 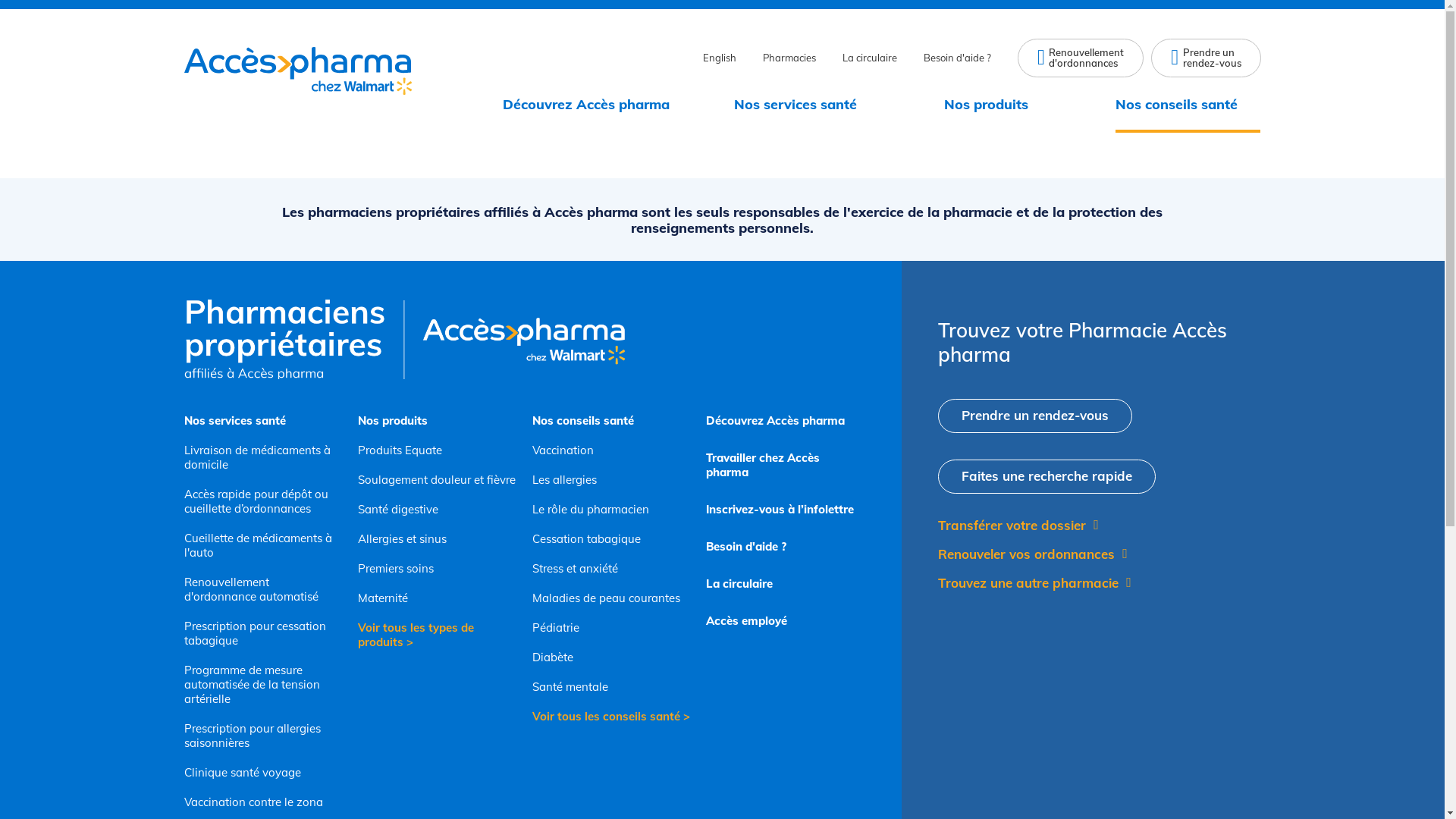 I want to click on 'Trouvez une autre pharmacie', so click(x=937, y=582).